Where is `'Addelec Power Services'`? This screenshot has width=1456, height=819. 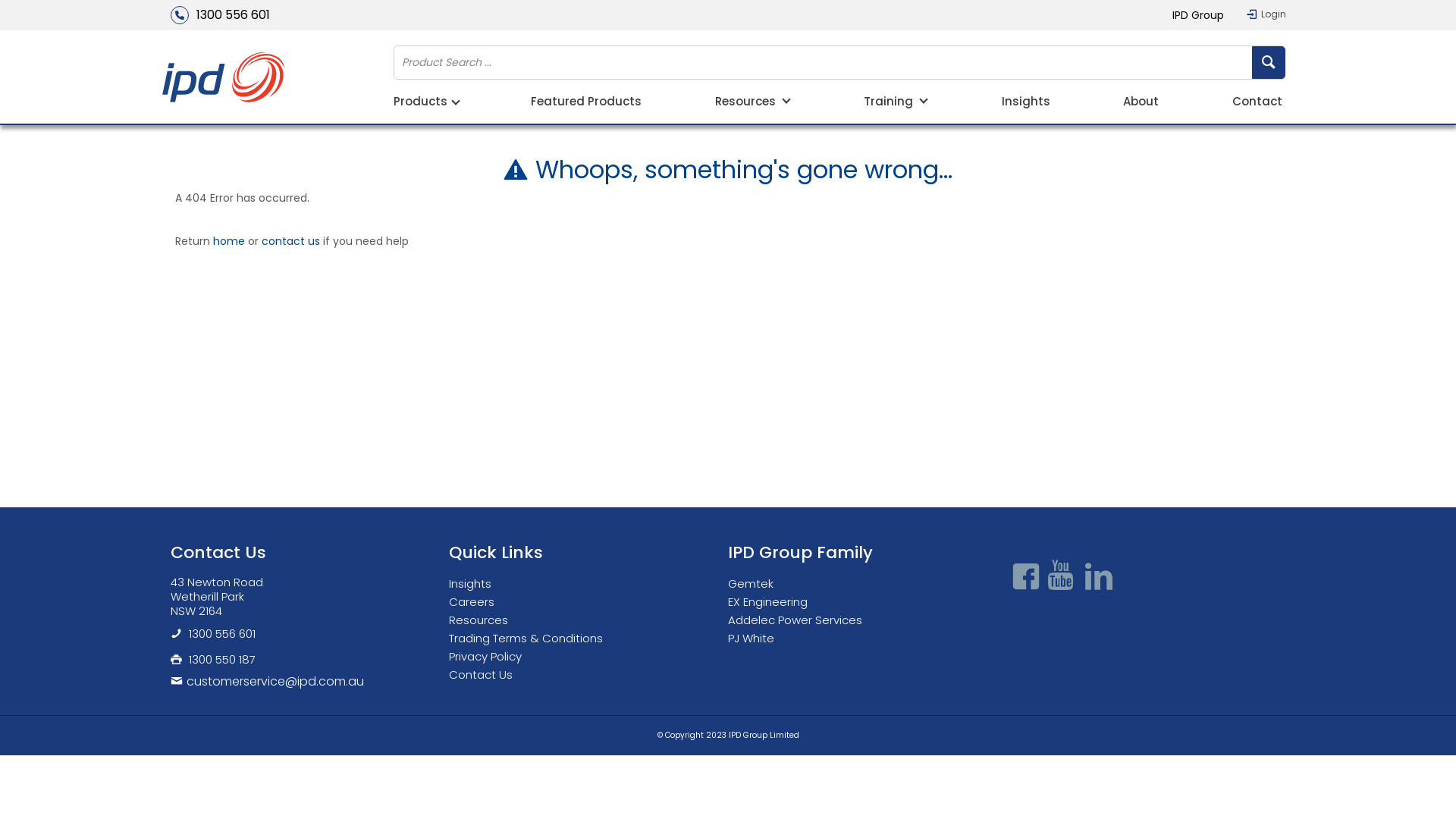 'Addelec Power Services' is located at coordinates (798, 620).